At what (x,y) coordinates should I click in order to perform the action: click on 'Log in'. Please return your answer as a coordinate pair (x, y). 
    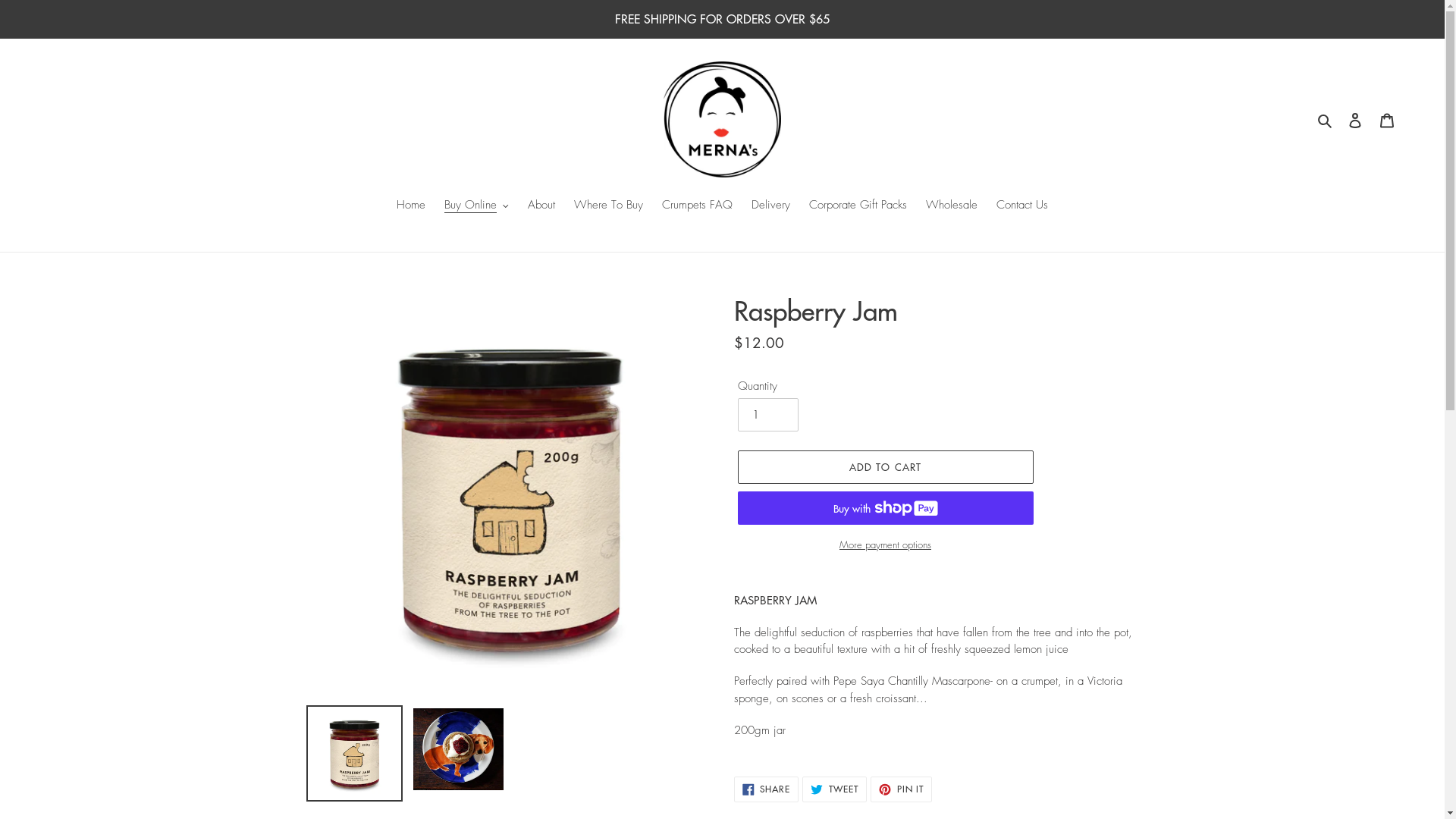
    Looking at the image, I should click on (1354, 118).